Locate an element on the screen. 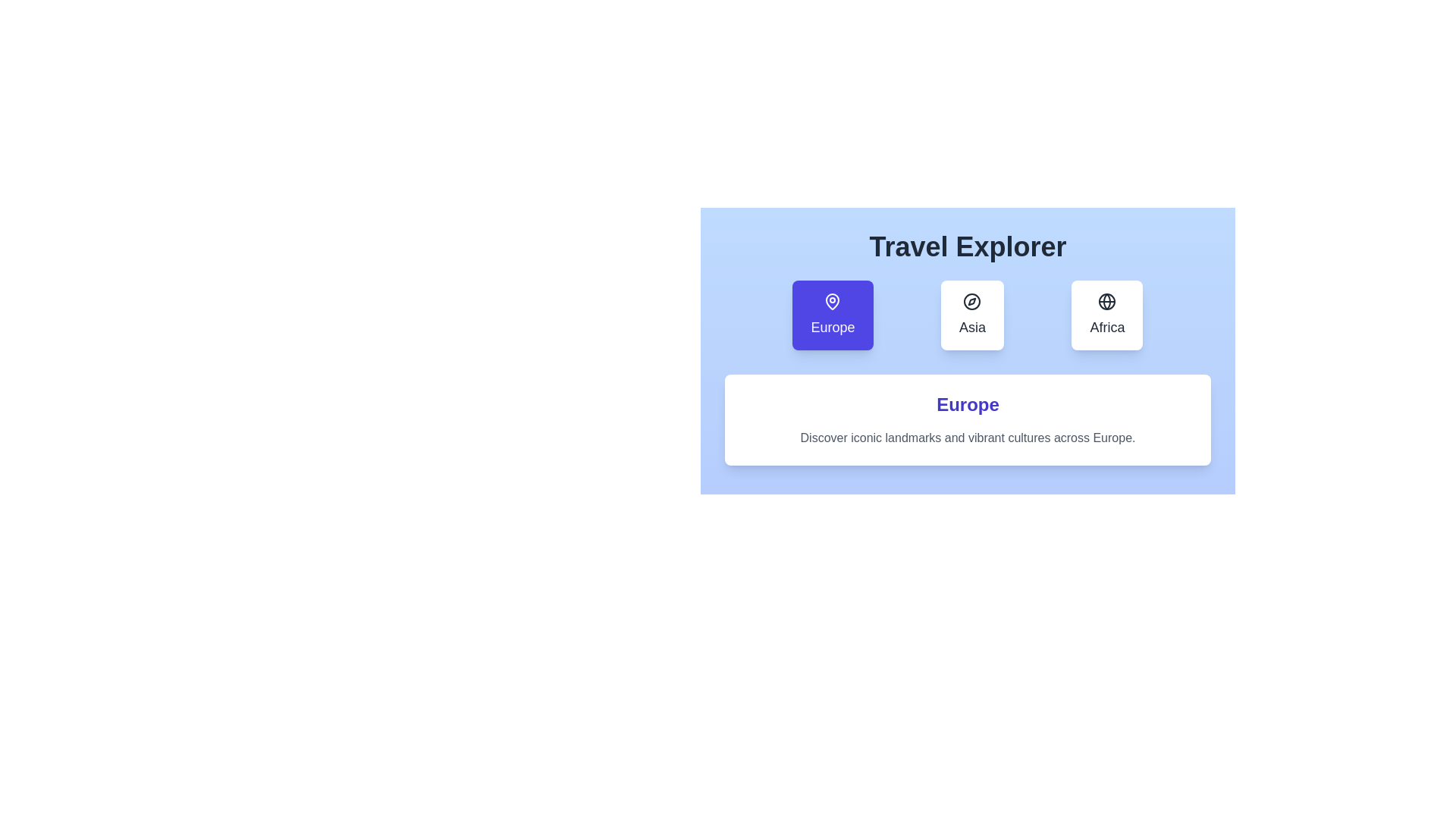 This screenshot has width=1456, height=819. the compass icon within the card labeled 'Asia', which is the second card in a horizontal sequence of three, centrally located within the card is located at coordinates (972, 301).